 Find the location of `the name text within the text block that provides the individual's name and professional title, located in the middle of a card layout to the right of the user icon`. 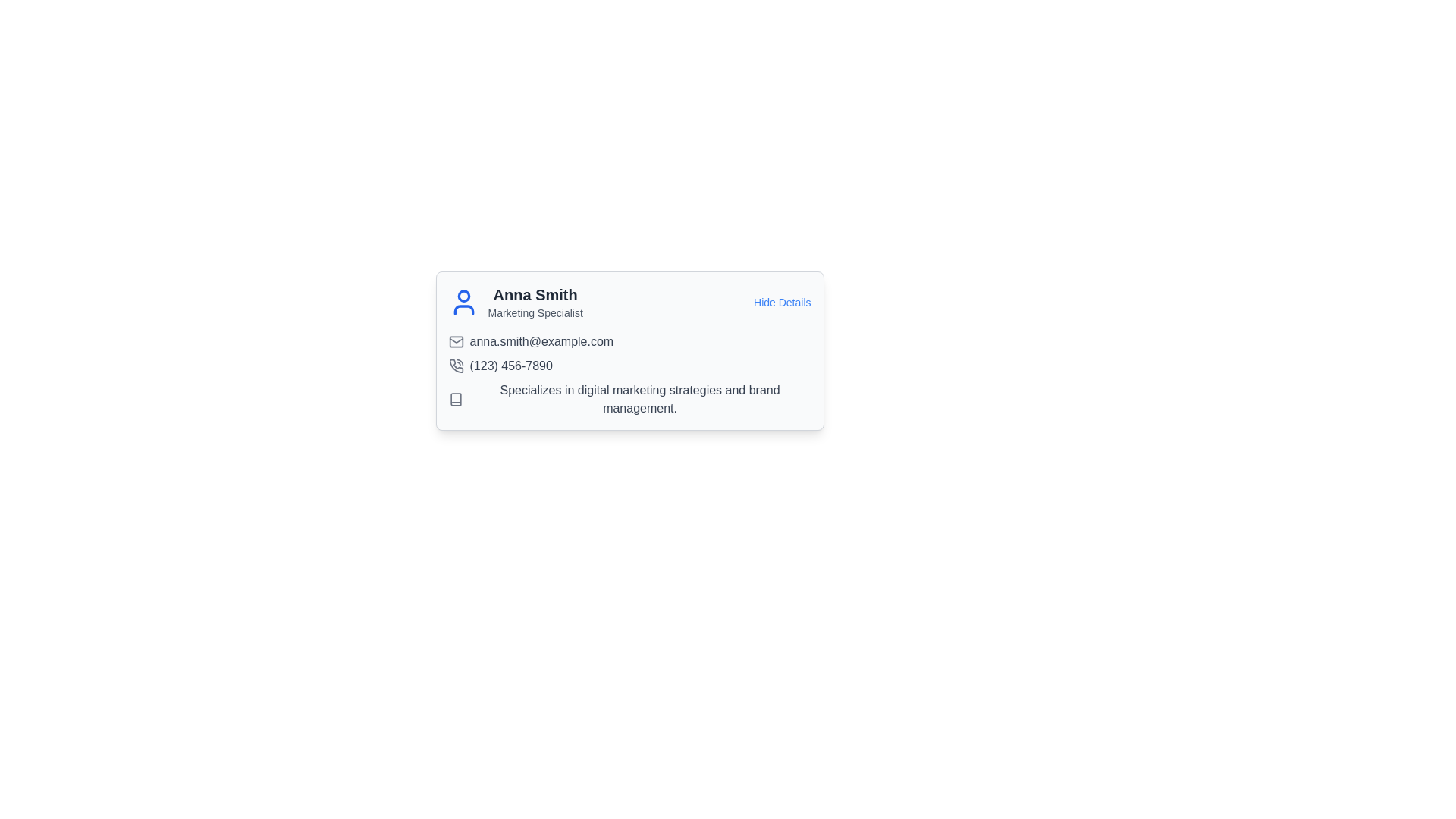

the name text within the text block that provides the individual's name and professional title, located in the middle of a card layout to the right of the user icon is located at coordinates (535, 302).